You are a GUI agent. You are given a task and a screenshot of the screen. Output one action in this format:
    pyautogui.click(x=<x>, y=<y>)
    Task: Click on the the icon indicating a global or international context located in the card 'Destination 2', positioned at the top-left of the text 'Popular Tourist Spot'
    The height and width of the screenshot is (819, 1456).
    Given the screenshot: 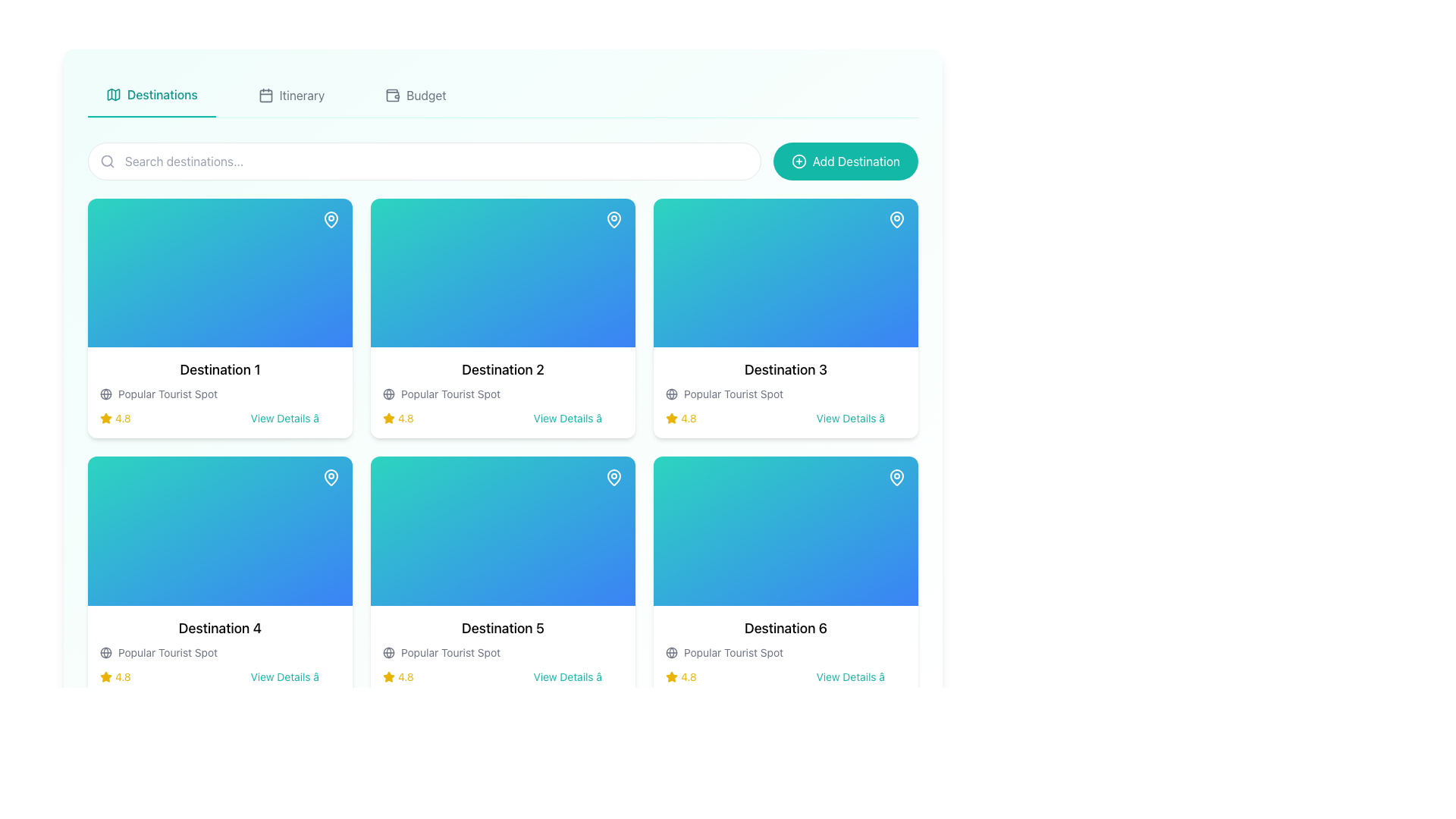 What is the action you would take?
    pyautogui.click(x=389, y=394)
    